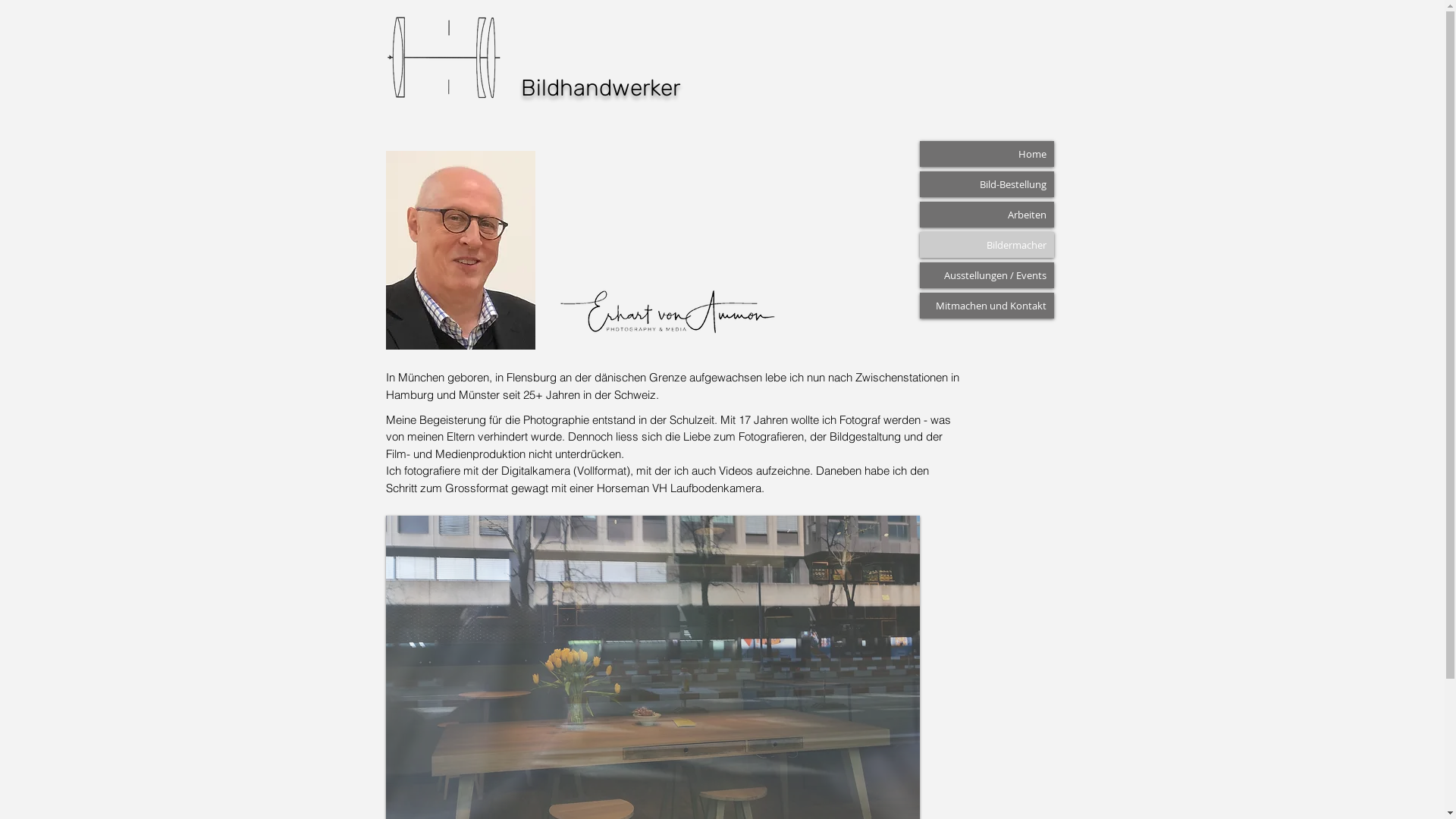 The image size is (1456, 819). I want to click on 'Bildhandwerker', so click(599, 87).